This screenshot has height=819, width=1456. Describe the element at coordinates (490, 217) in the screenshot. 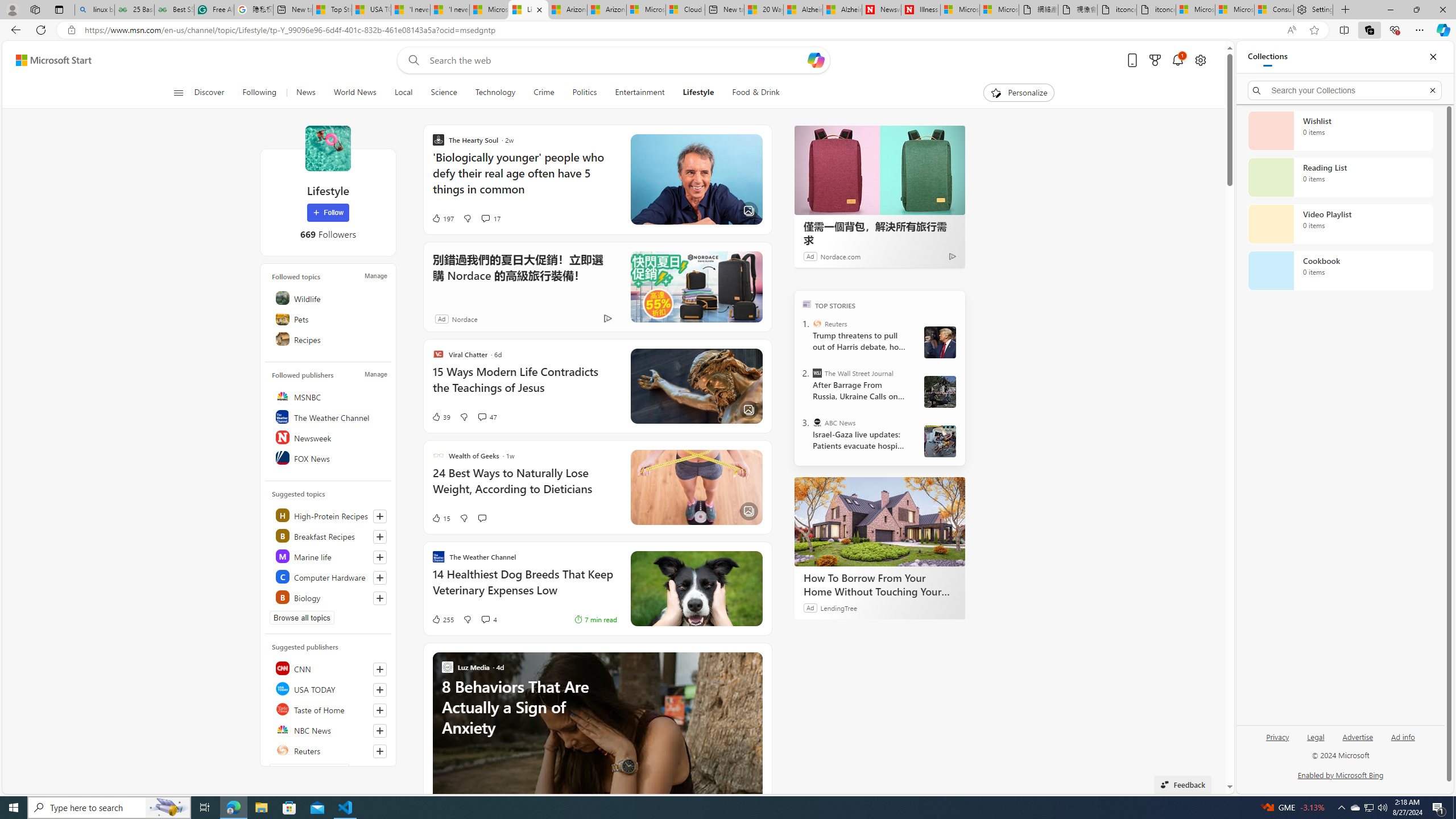

I see `'View comments 17 Comment'` at that location.